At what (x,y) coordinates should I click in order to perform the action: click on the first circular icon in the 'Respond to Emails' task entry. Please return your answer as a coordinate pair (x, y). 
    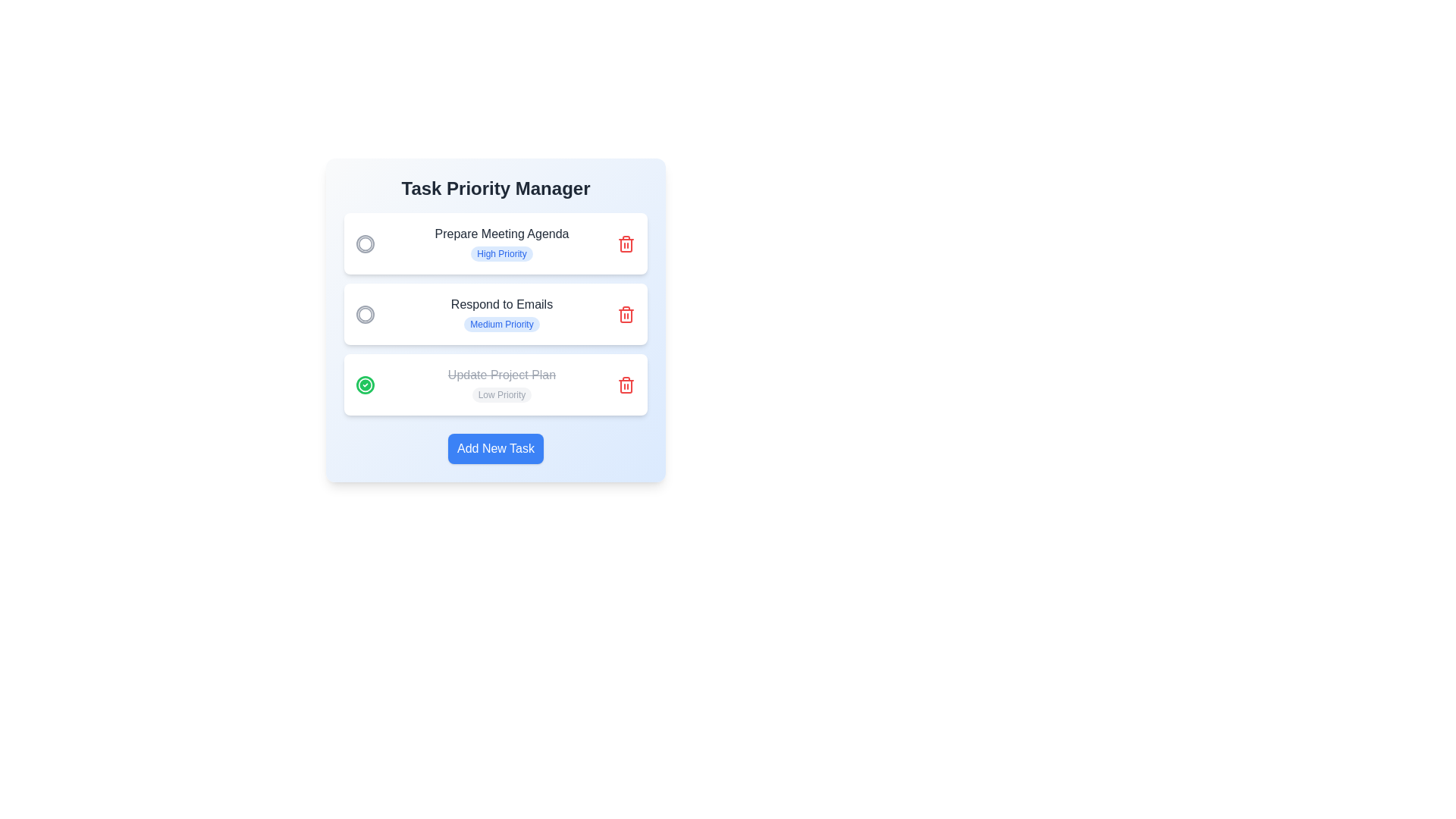
    Looking at the image, I should click on (365, 312).